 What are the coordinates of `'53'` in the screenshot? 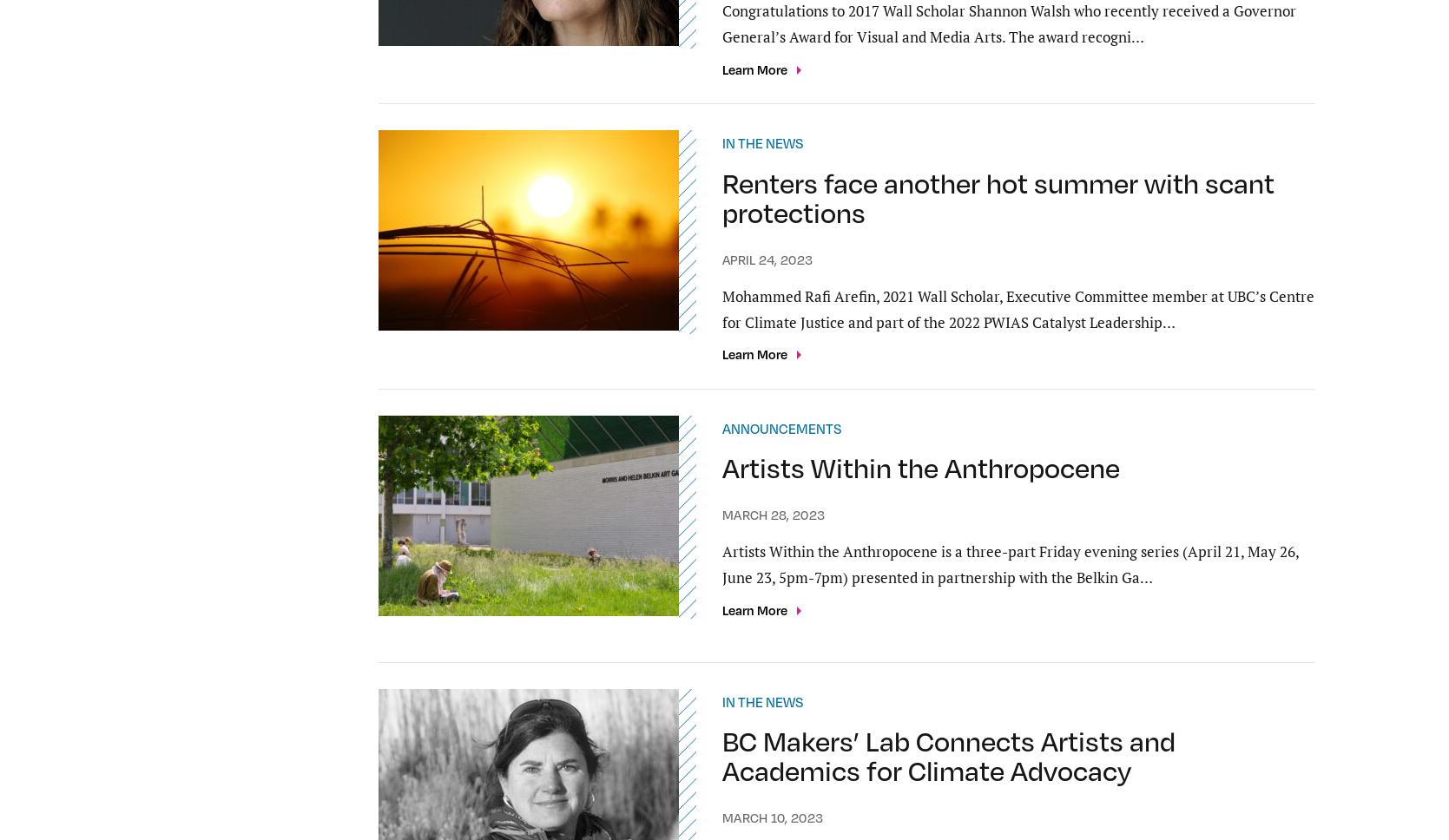 It's located at (751, 578).